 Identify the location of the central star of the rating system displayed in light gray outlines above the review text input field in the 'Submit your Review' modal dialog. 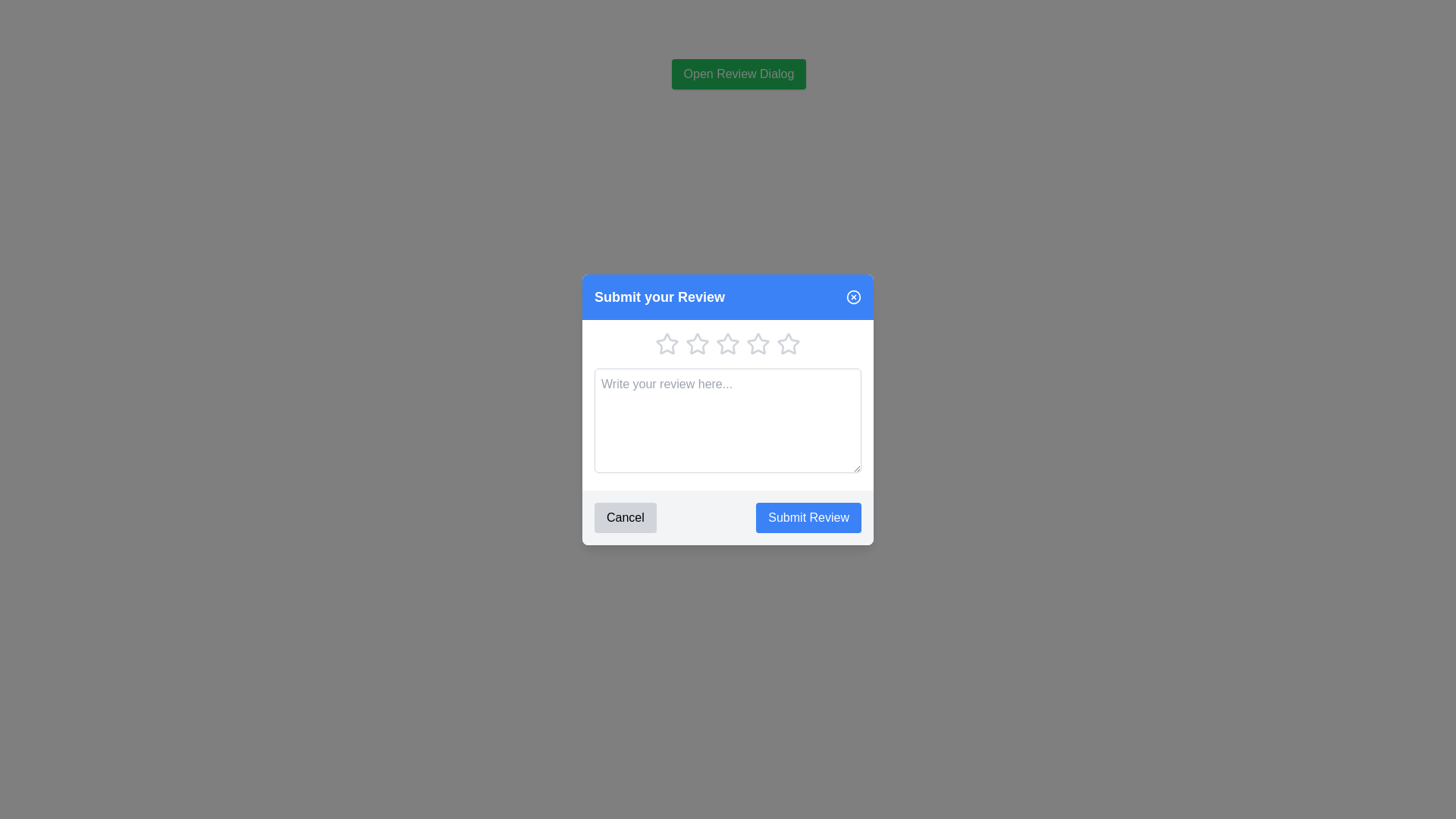
(728, 344).